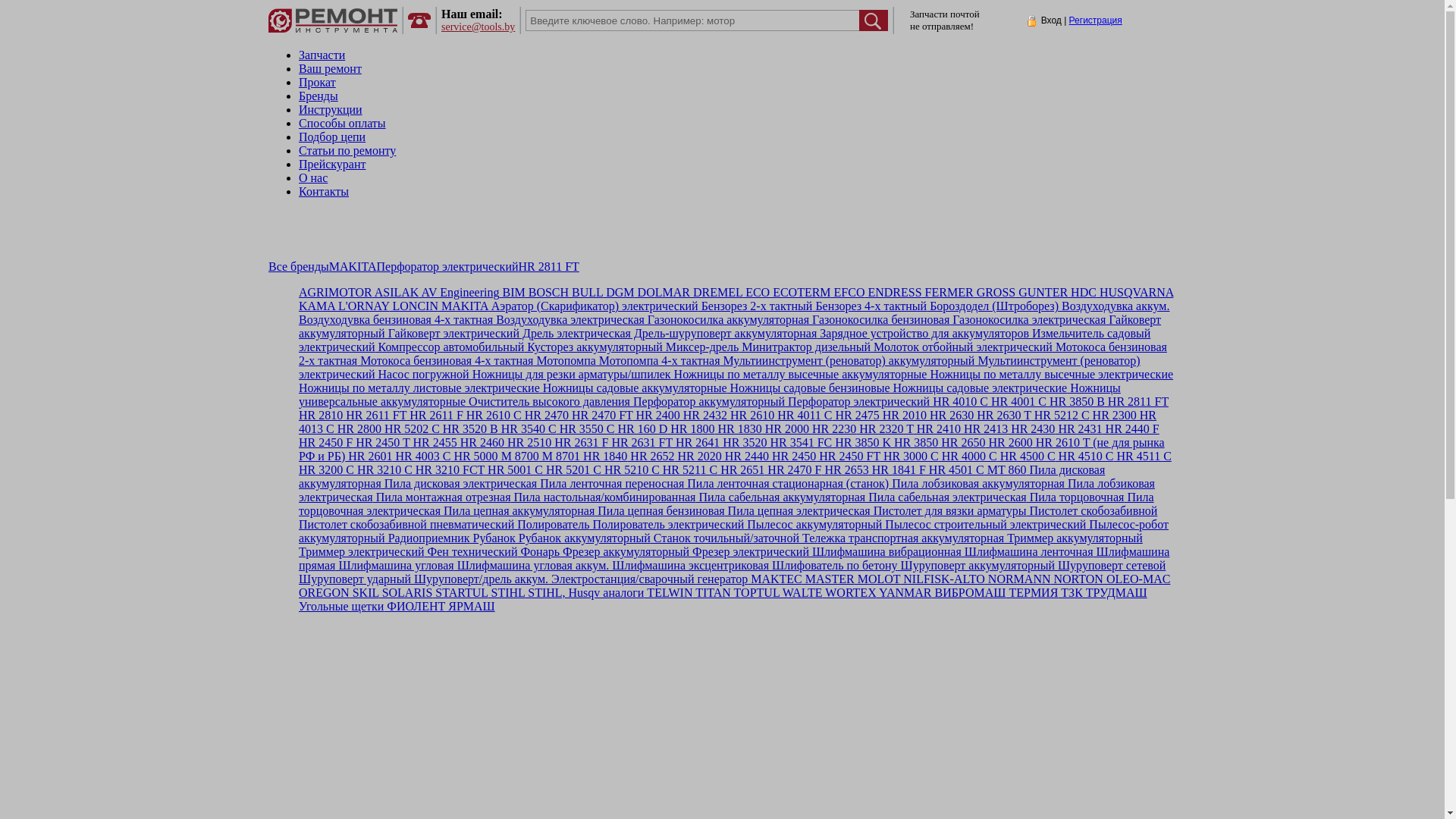 The height and width of the screenshot is (819, 1456). What do you see at coordinates (1081, 292) in the screenshot?
I see `'HDC'` at bounding box center [1081, 292].